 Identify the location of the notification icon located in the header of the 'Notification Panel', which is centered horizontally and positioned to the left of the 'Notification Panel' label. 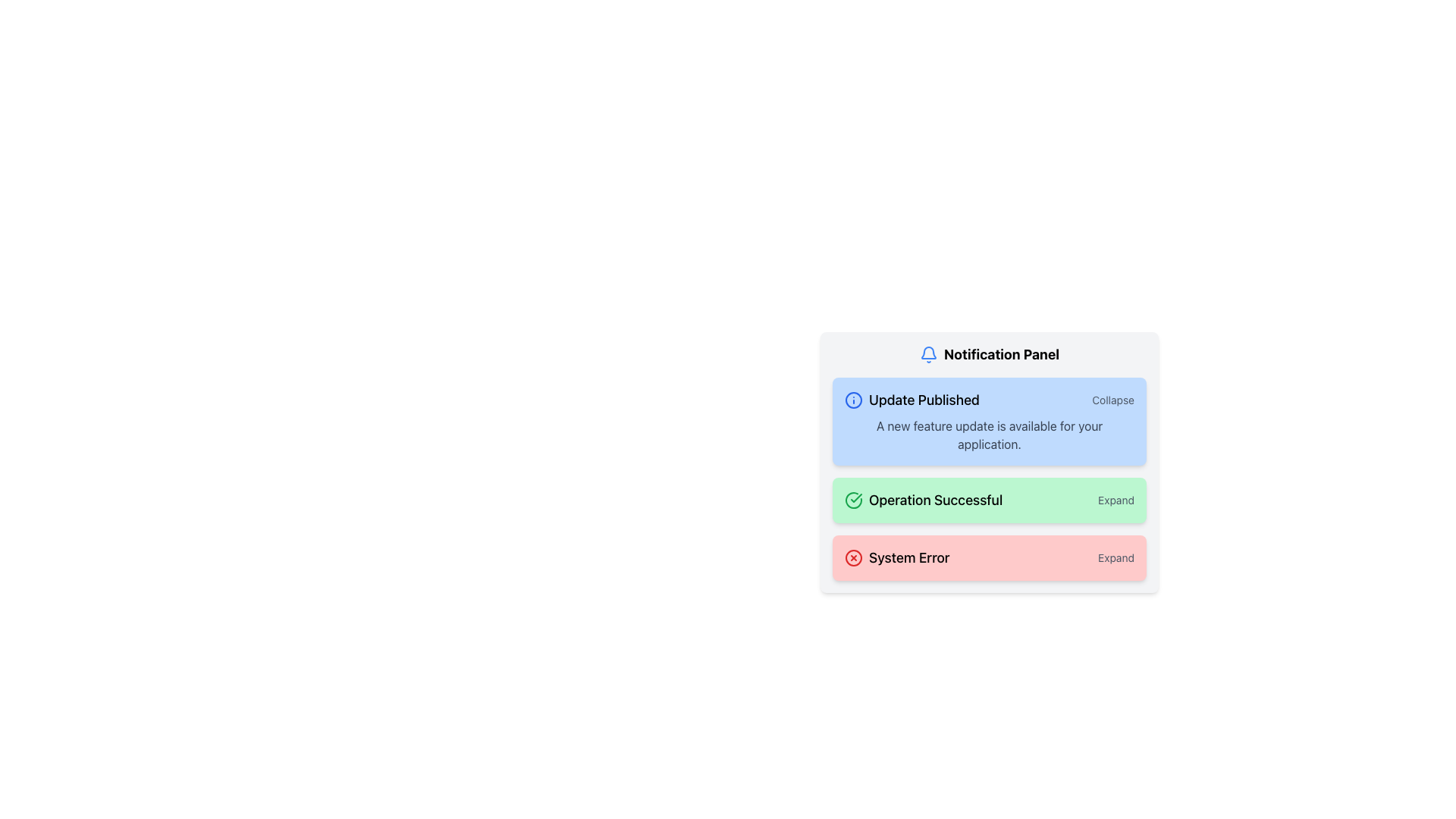
(927, 354).